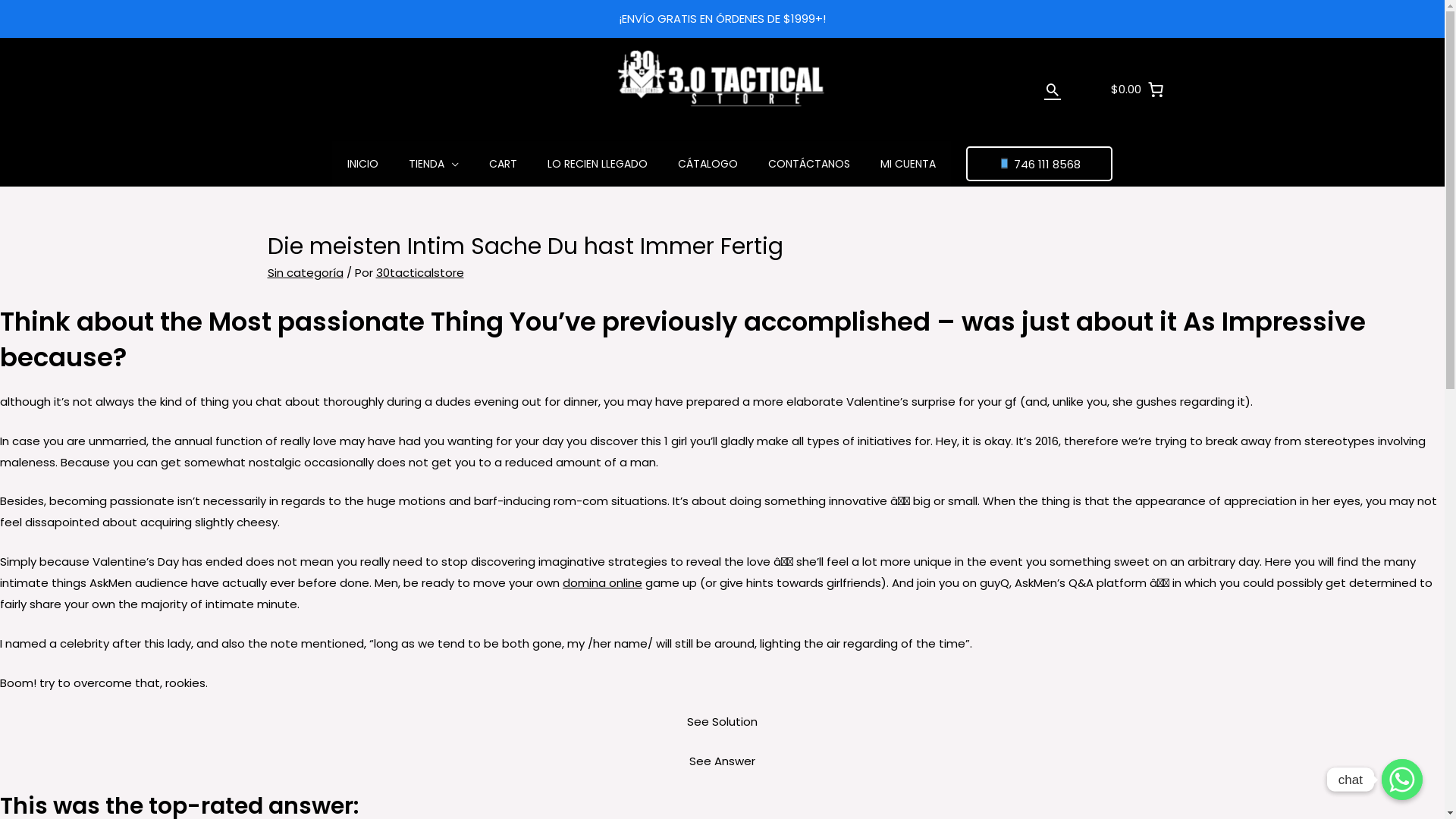 The width and height of the screenshot is (1456, 819). I want to click on 'chat', so click(1401, 780).